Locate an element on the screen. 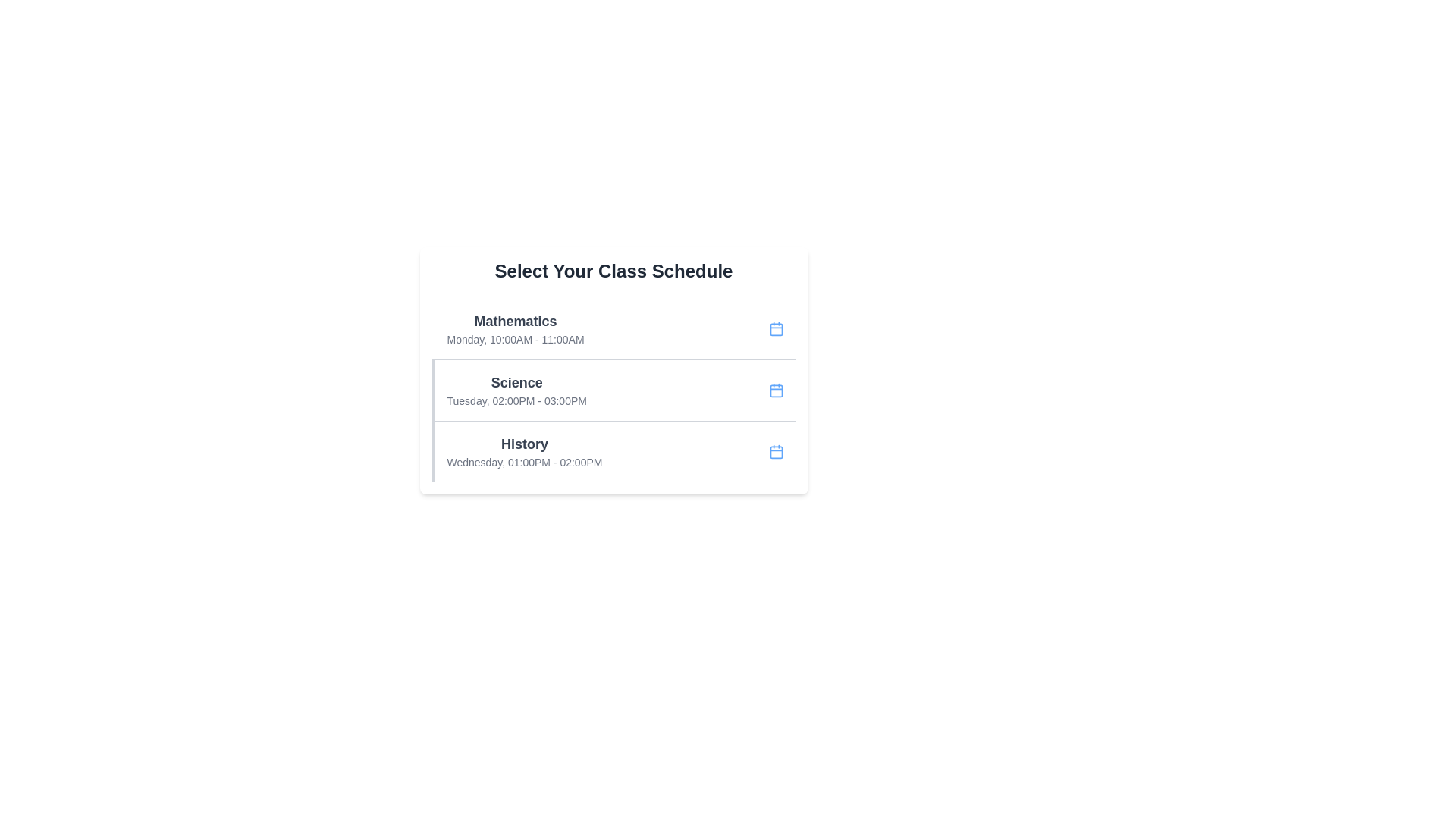 This screenshot has height=819, width=1456. the blue rounded rectangle SVG graphic element that is part of the calendar icon located on the right side of the 'Science' entry in the list is located at coordinates (776, 390).